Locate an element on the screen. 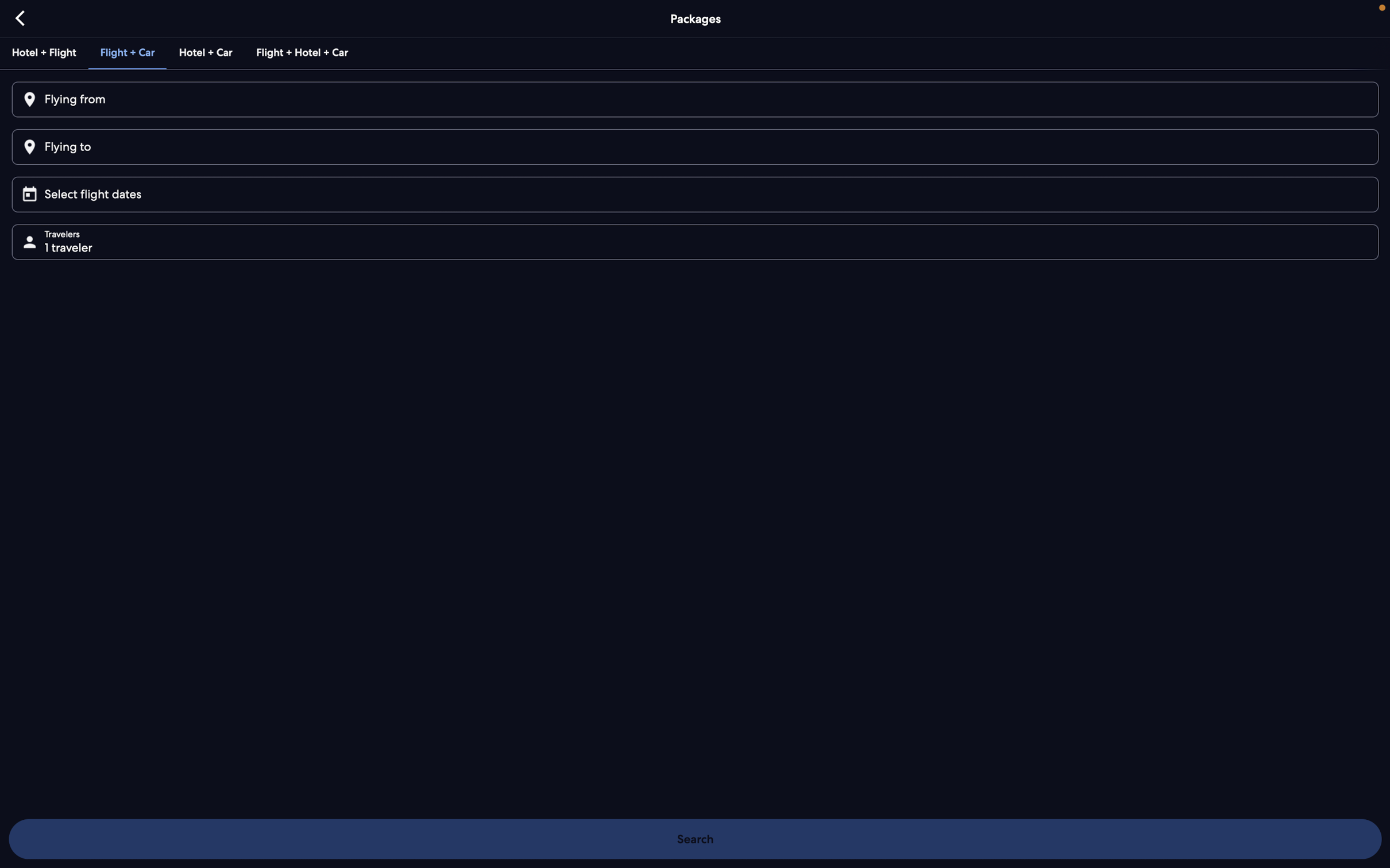 The width and height of the screenshot is (1390, 868). the departure location to "New Delhi" is located at coordinates (693, 100).